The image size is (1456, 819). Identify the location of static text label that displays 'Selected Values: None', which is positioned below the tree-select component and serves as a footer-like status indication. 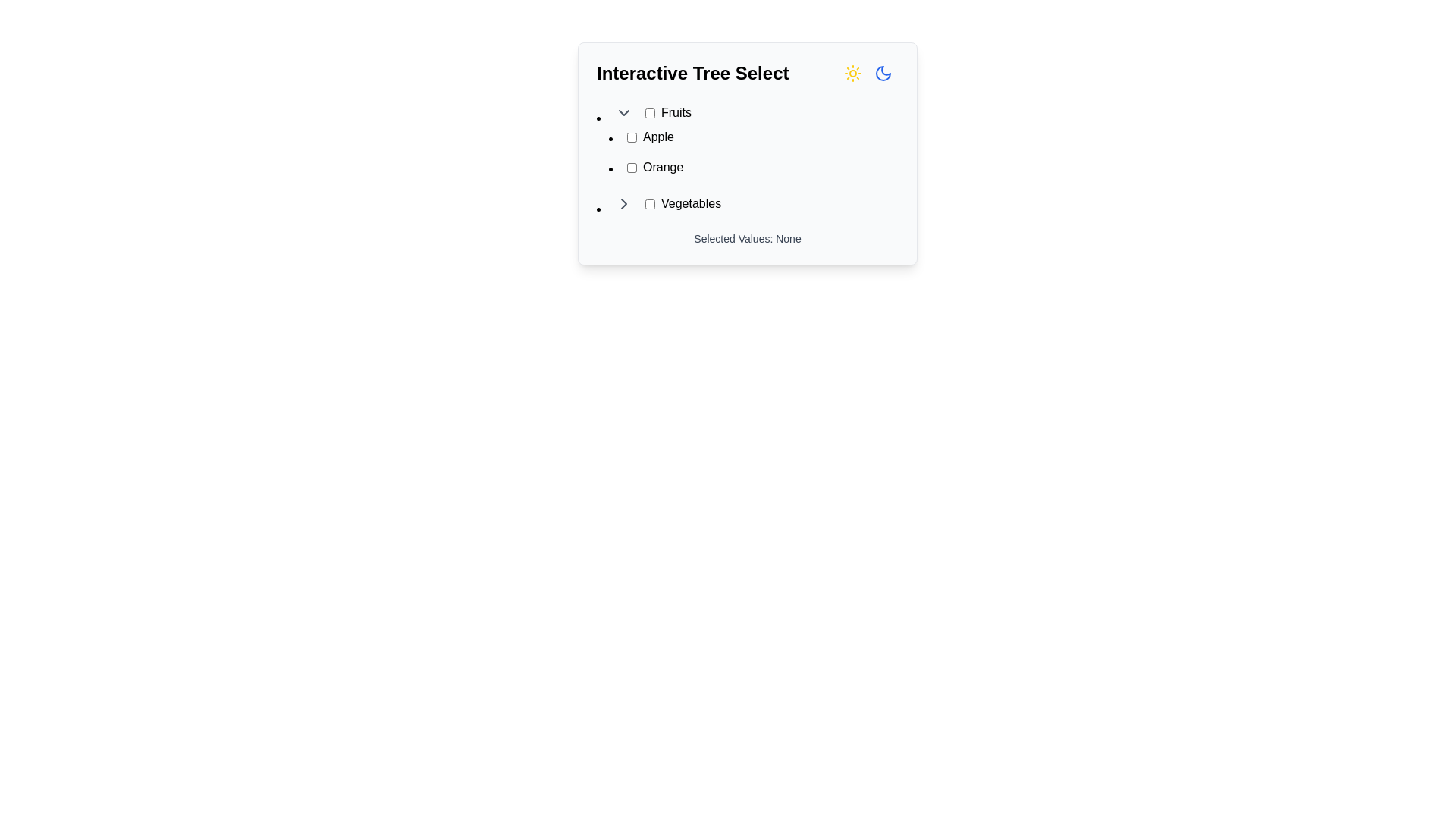
(747, 239).